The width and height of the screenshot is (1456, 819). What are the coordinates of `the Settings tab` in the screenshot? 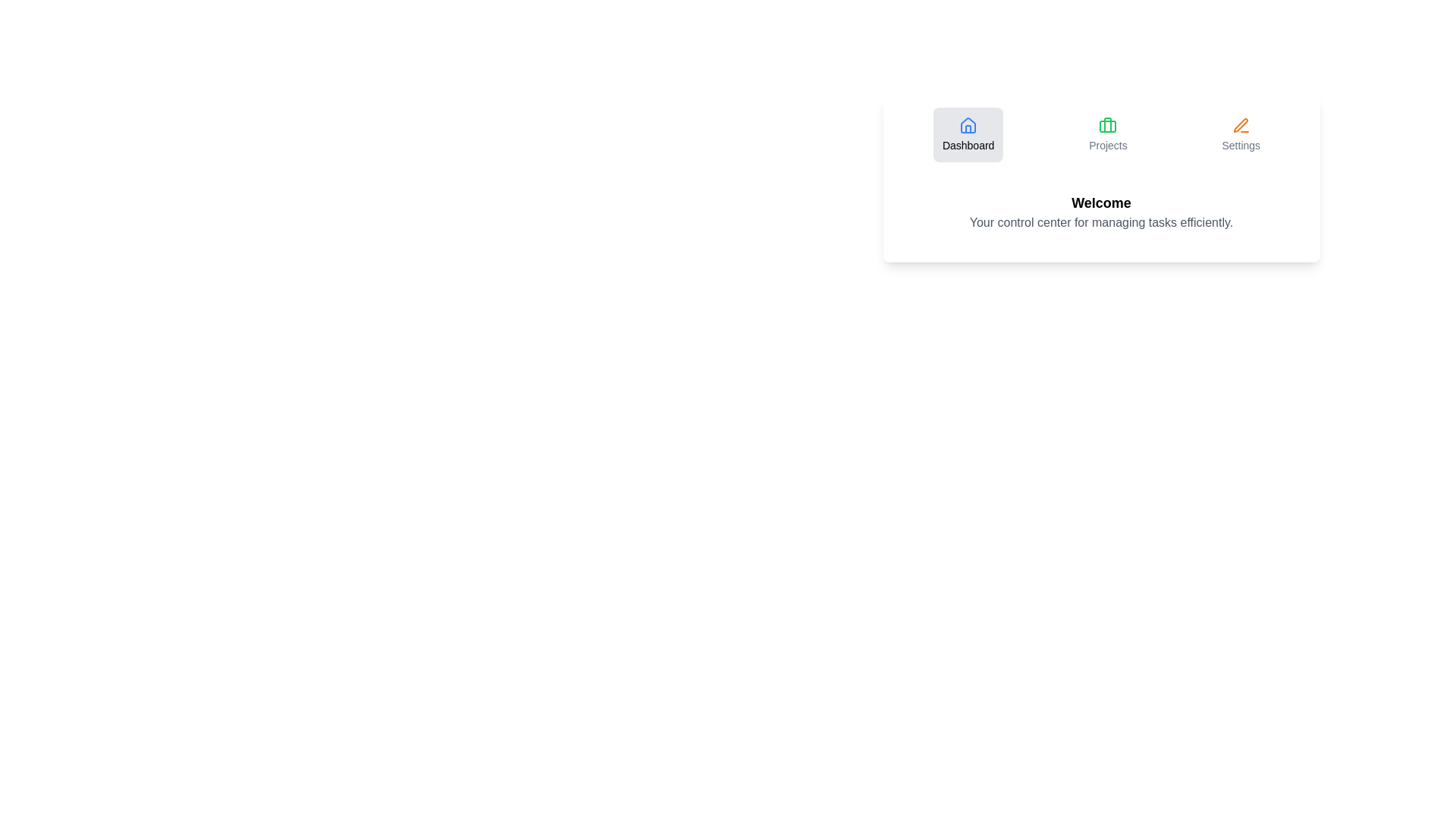 It's located at (1241, 133).